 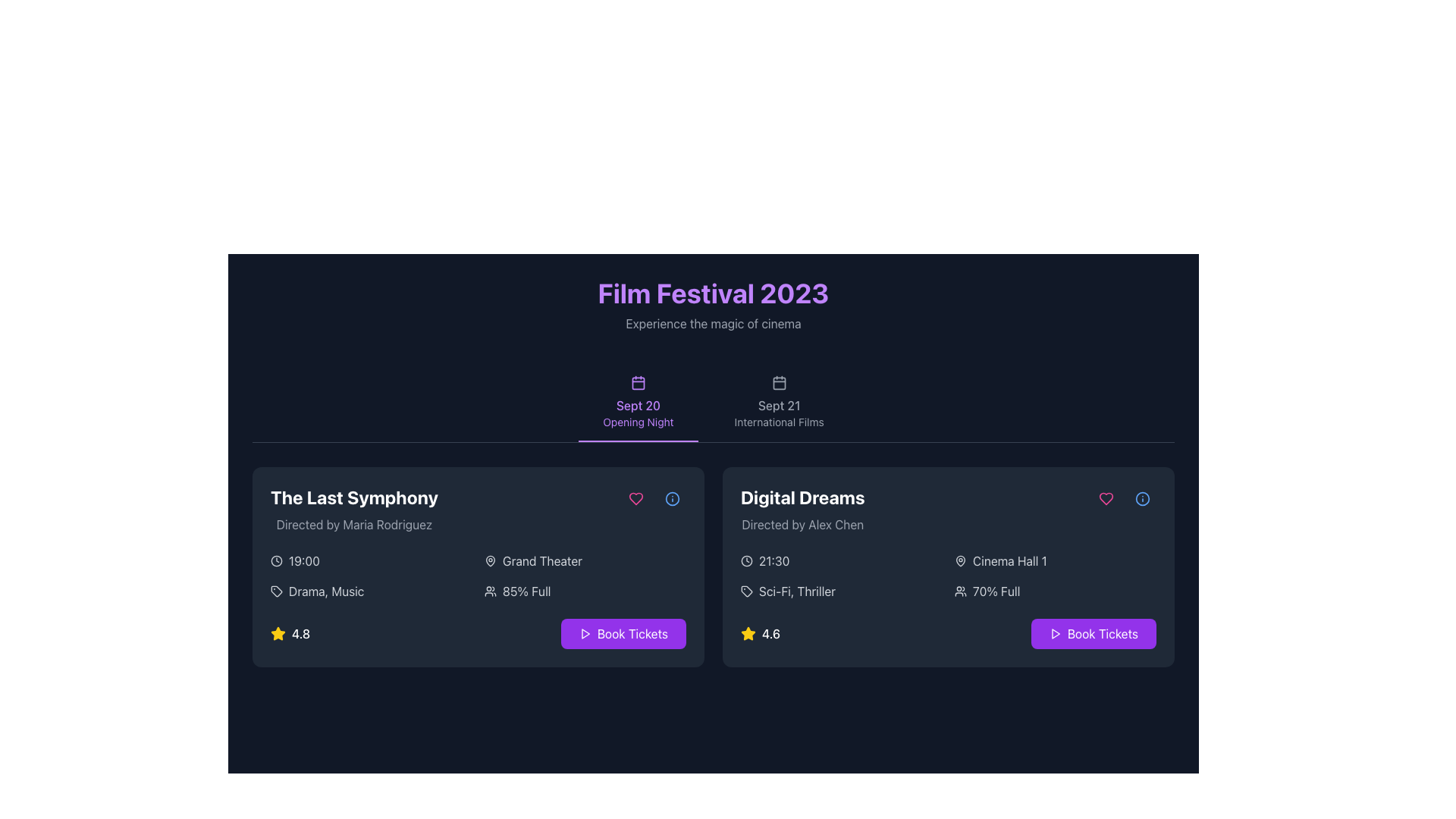 I want to click on the interactive calendar button labeled 'Sept 20' with the icon above and 'Opening Night' below it, styled in purple, so click(x=638, y=402).